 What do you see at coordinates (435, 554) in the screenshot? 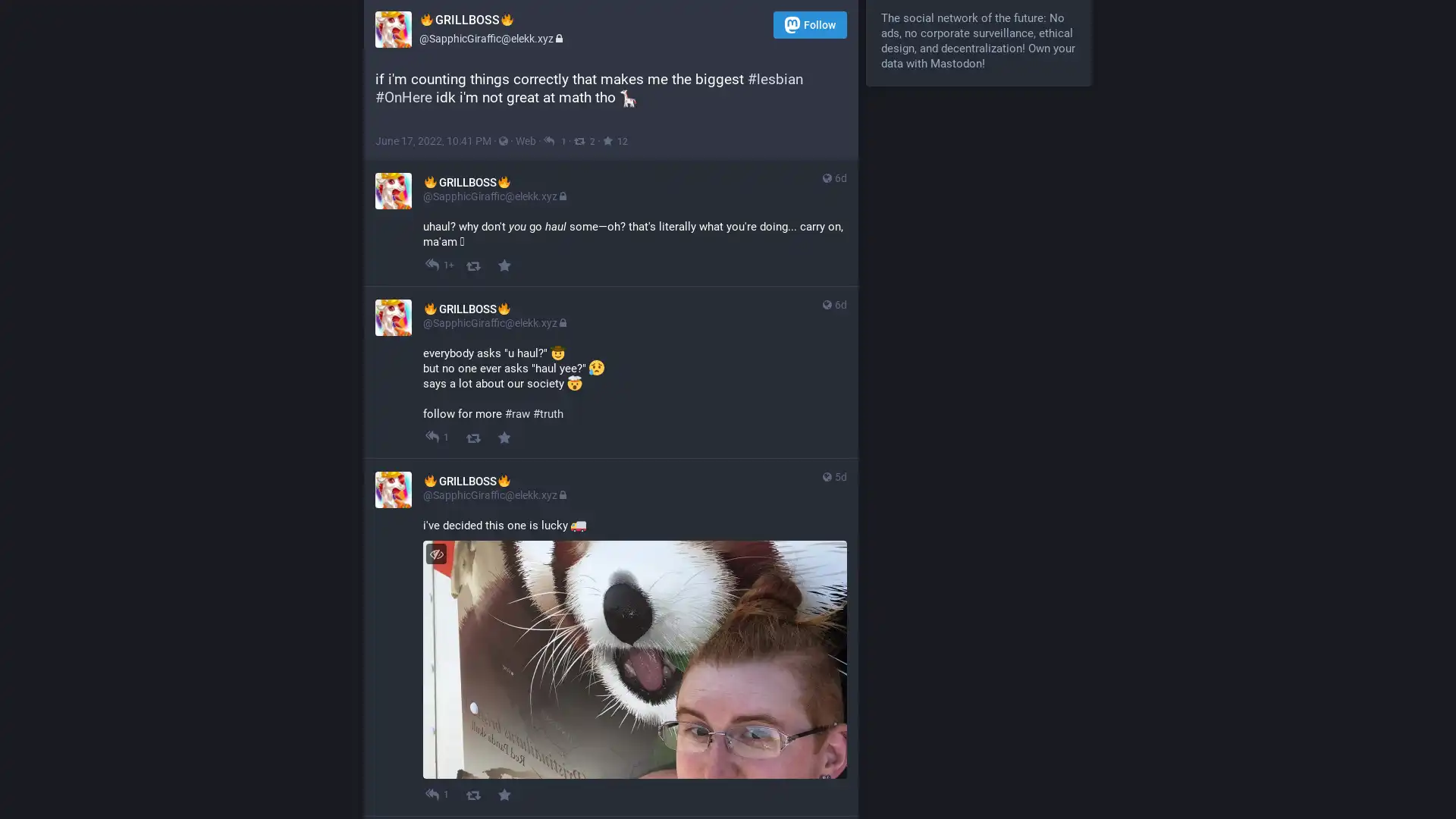
I see `Hide image` at bounding box center [435, 554].